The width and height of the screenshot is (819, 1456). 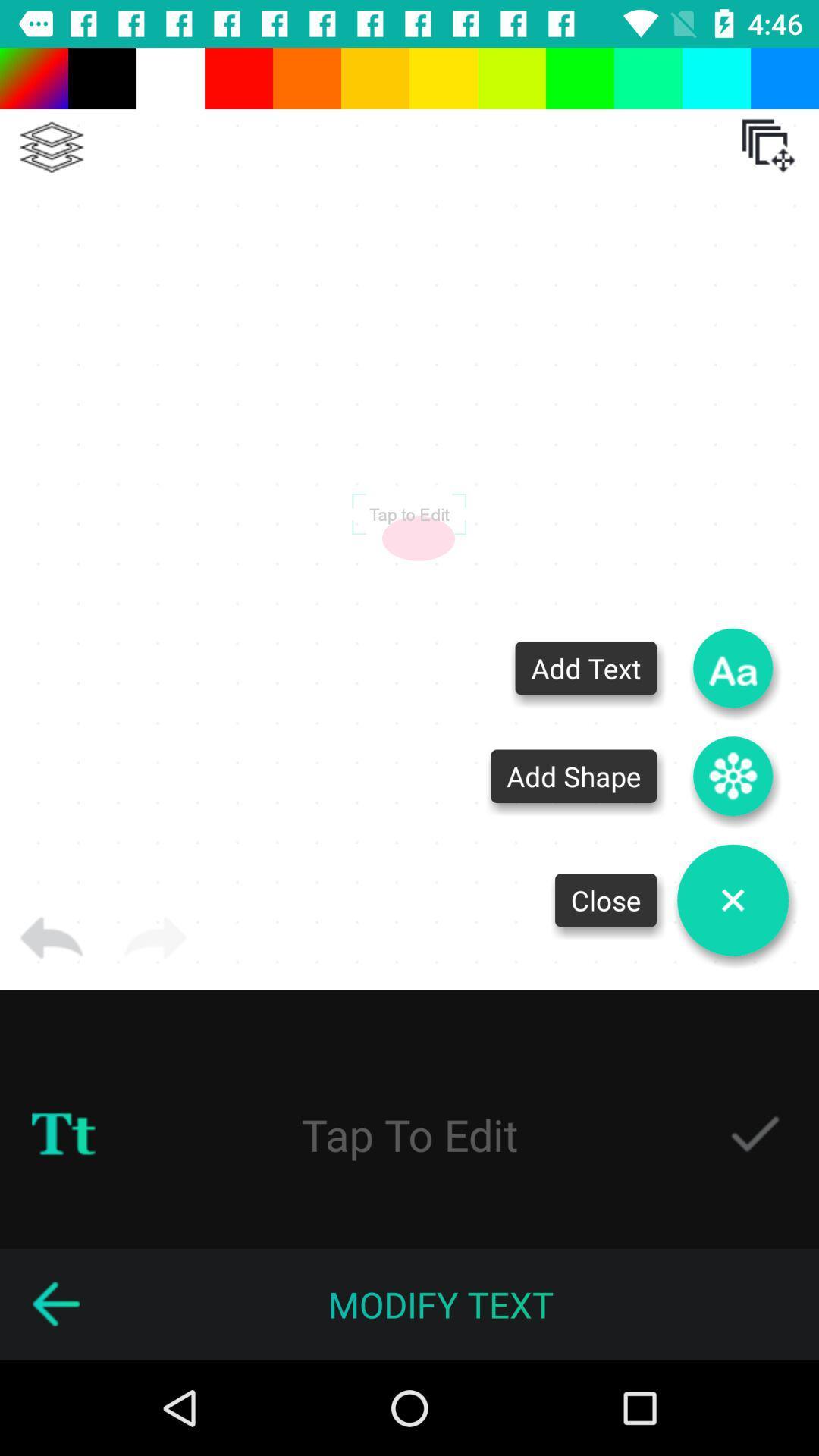 I want to click on return to text, so click(x=55, y=1304).